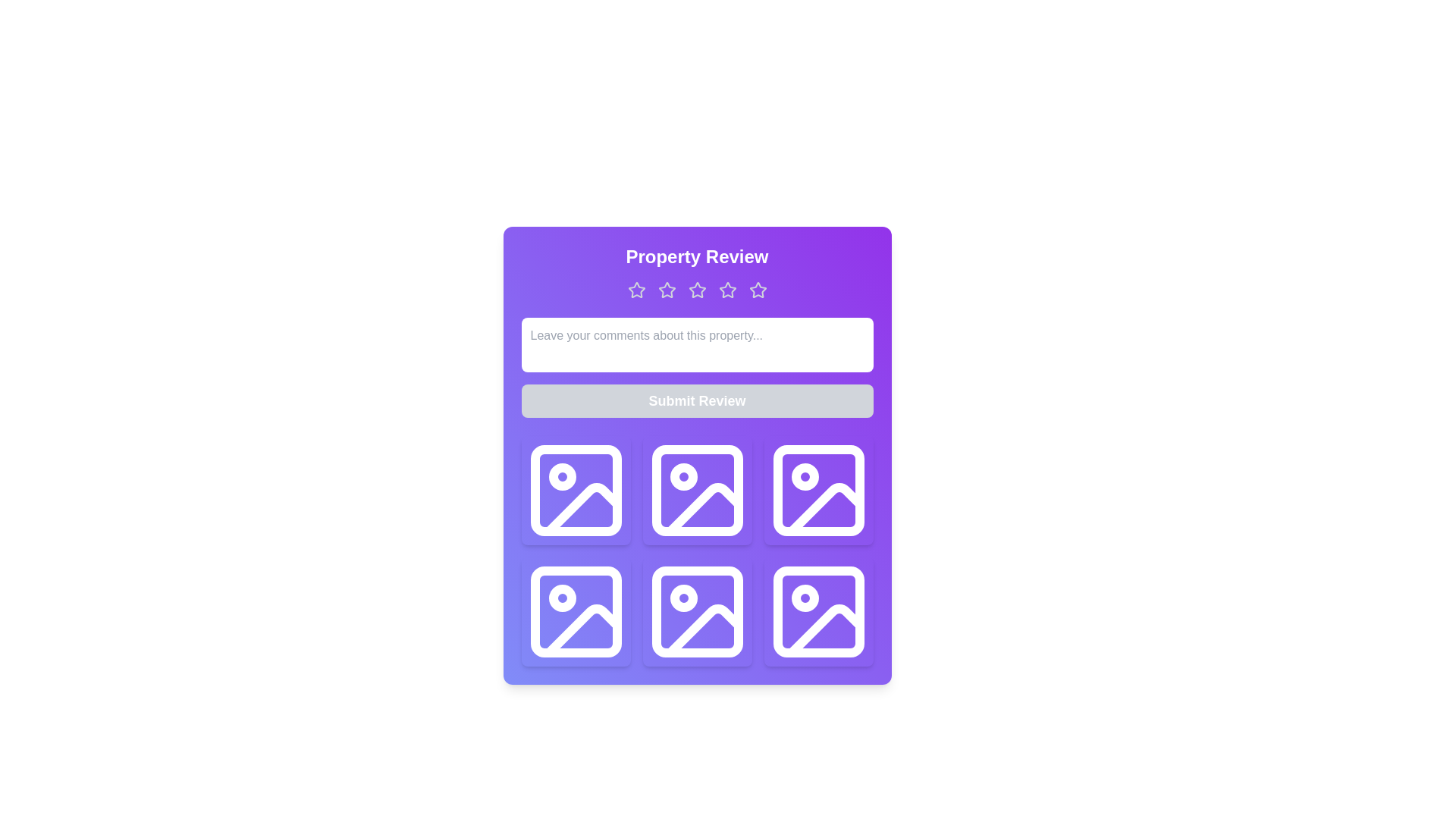 Image resolution: width=1456 pixels, height=819 pixels. Describe the element at coordinates (696, 290) in the screenshot. I see `the rating to 3 stars by clicking on the corresponding star` at that location.